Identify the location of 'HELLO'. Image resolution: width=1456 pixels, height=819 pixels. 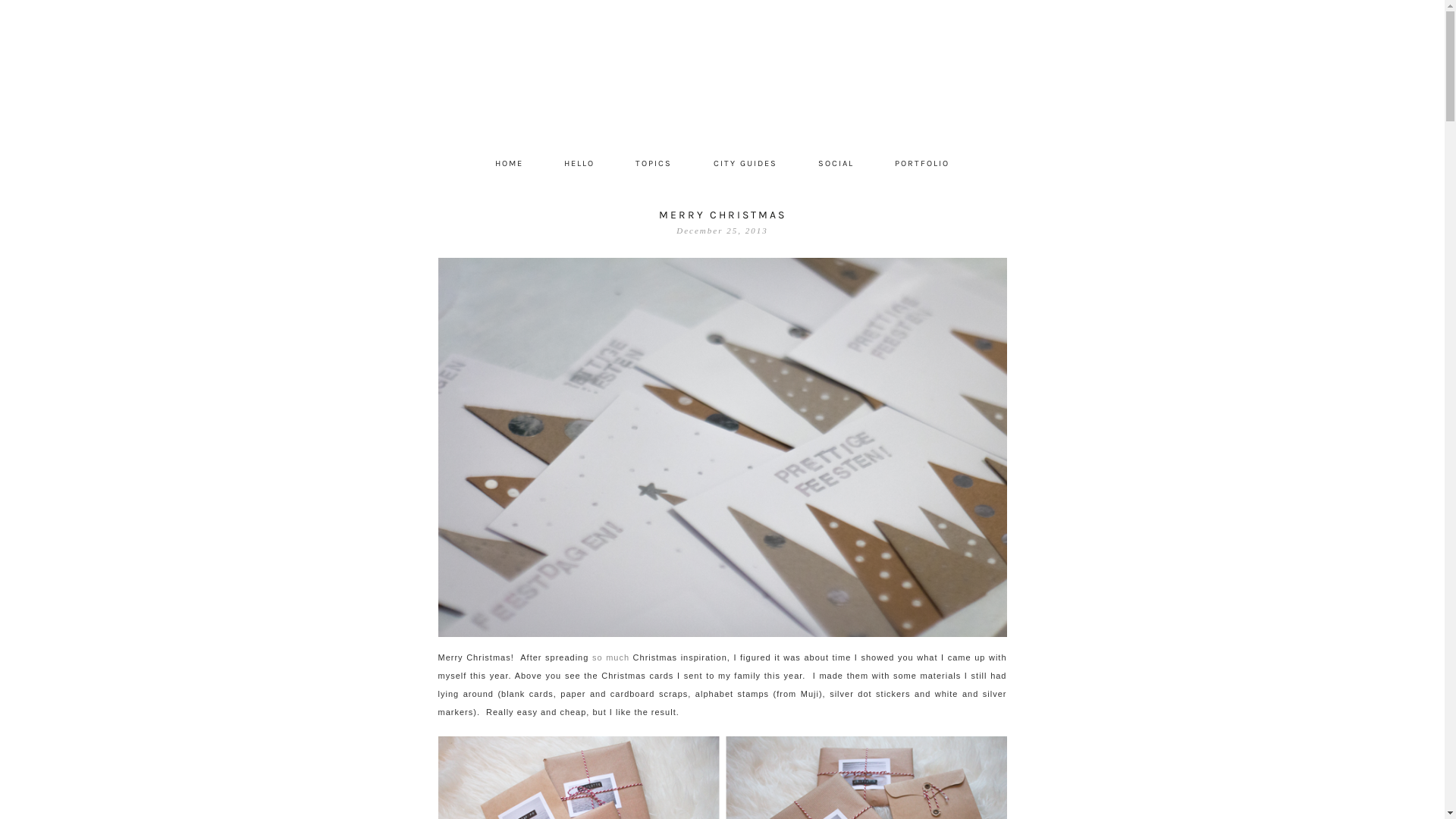
(578, 163).